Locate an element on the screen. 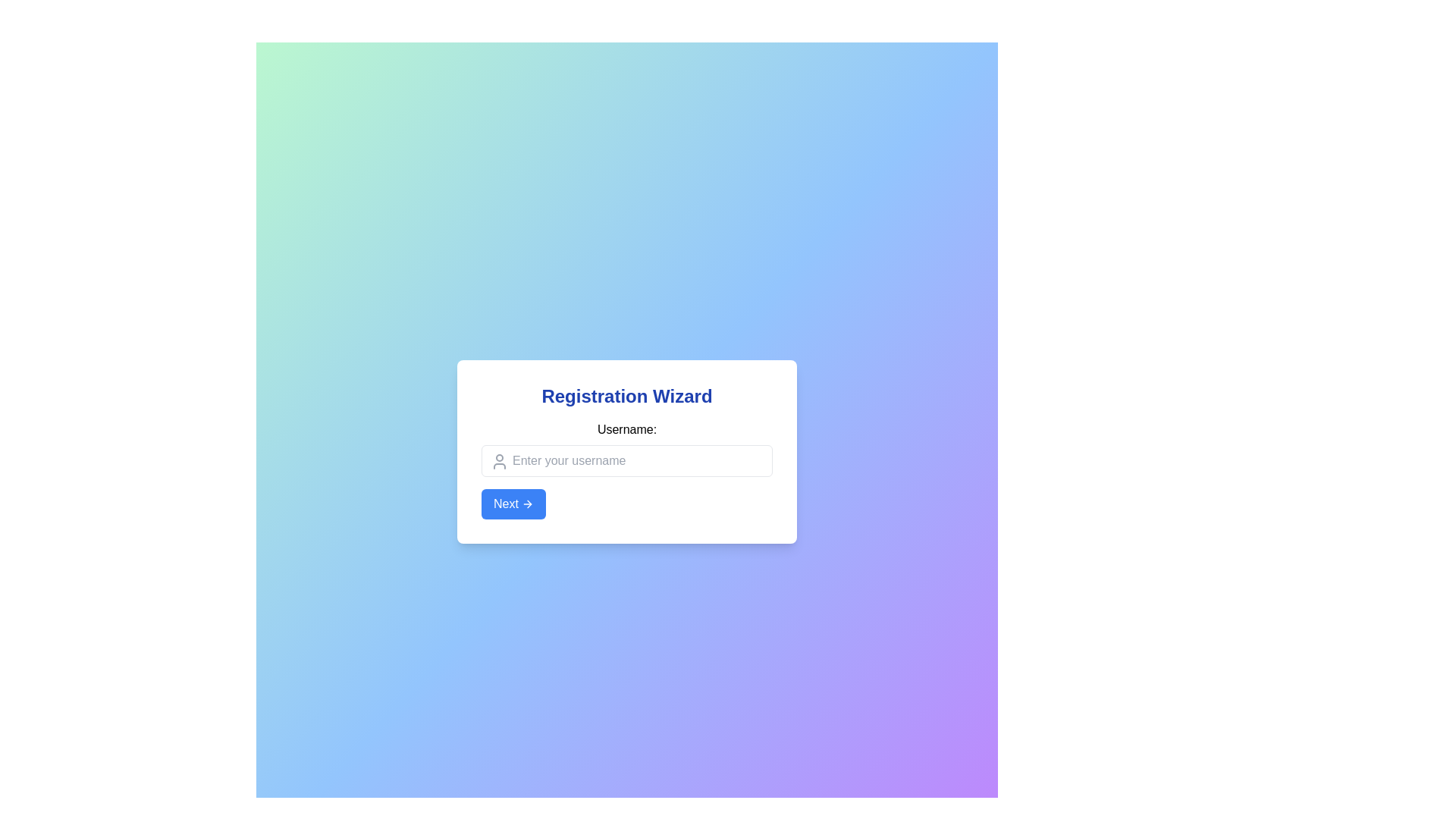  the Text Label that indicates users should provide their username in the adjacent field, positioned above the username input field is located at coordinates (626, 430).